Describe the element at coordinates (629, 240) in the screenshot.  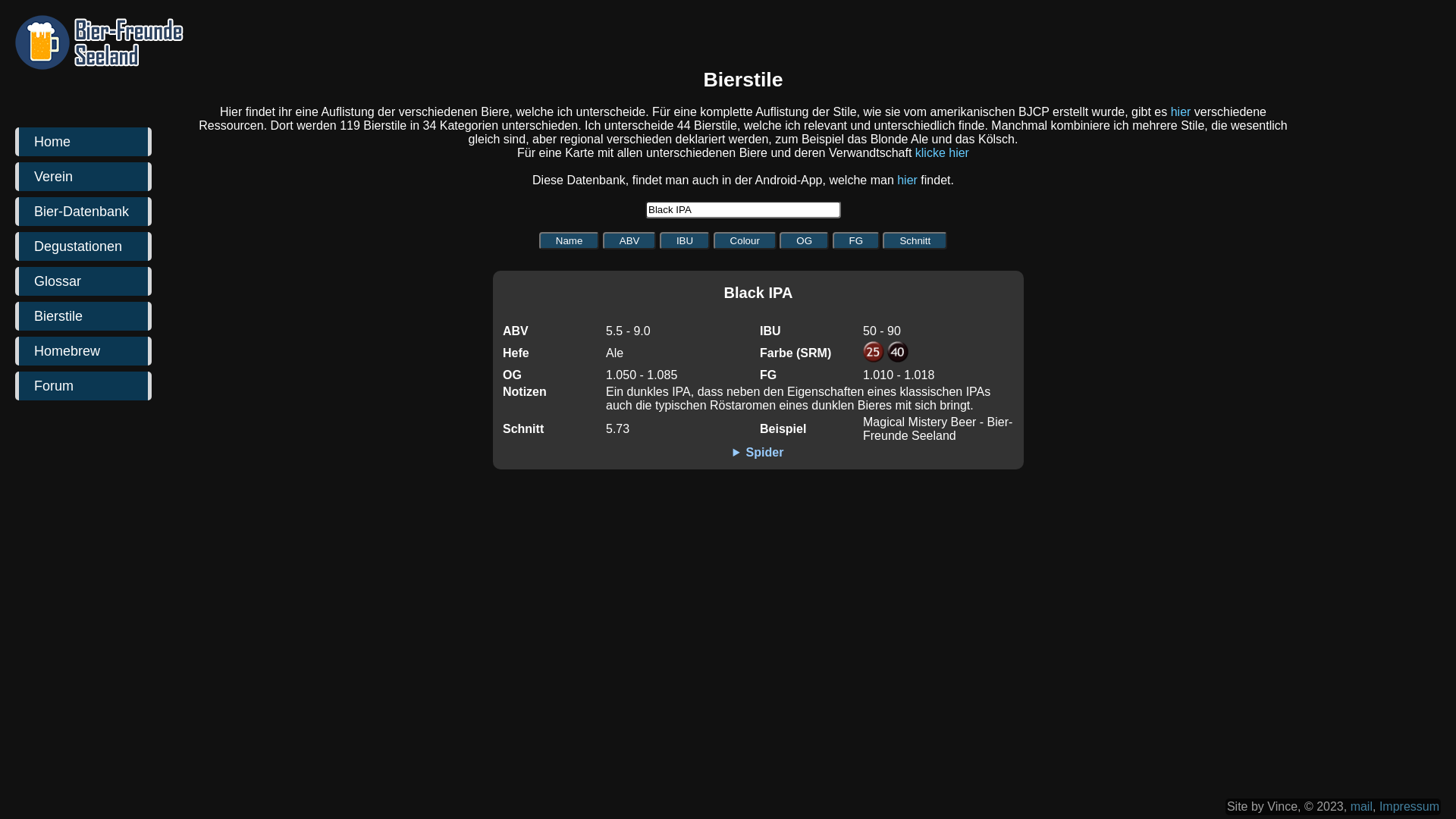
I see `'ABV'` at that location.